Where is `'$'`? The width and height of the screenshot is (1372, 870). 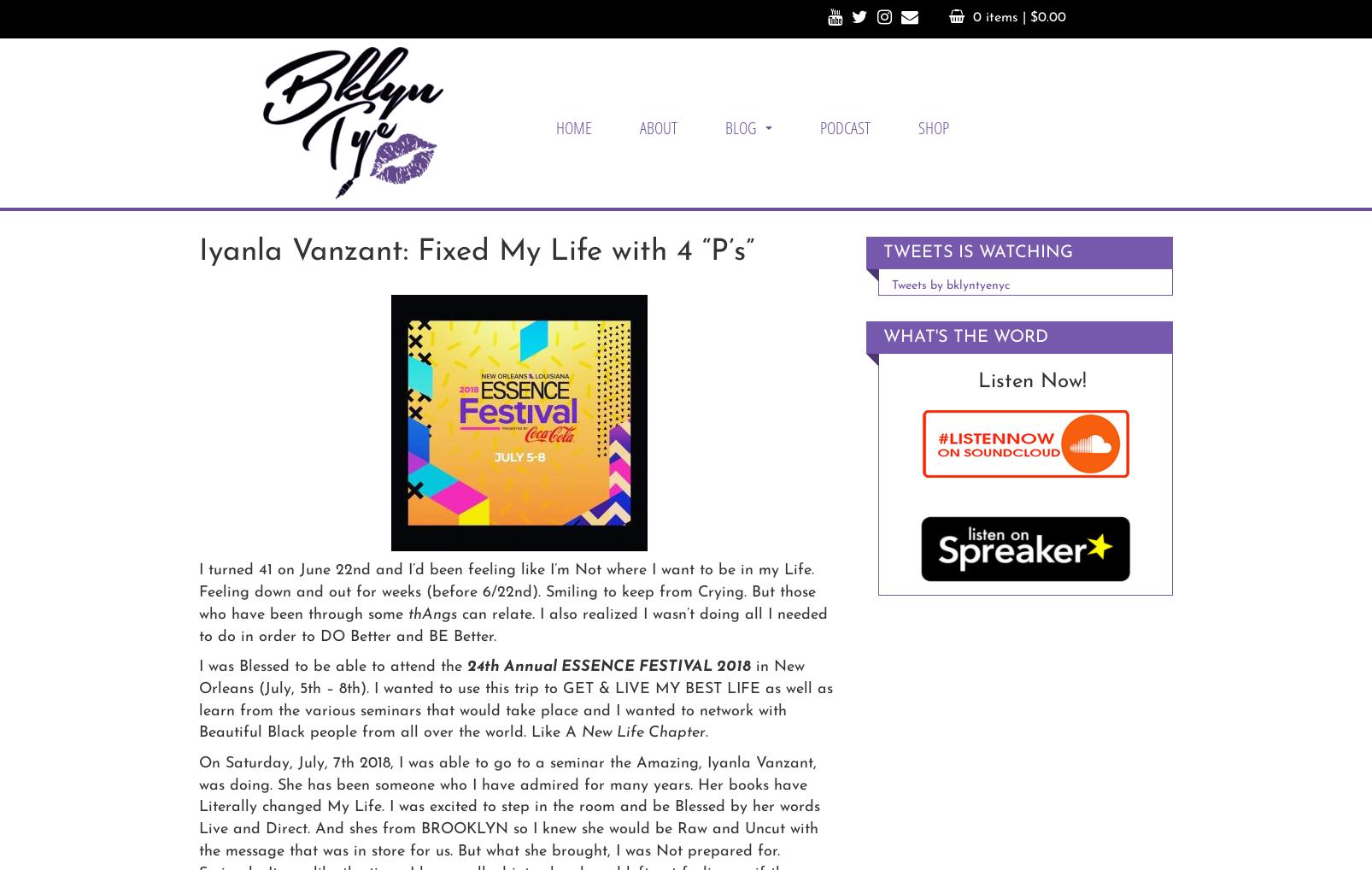
'$' is located at coordinates (1033, 16).